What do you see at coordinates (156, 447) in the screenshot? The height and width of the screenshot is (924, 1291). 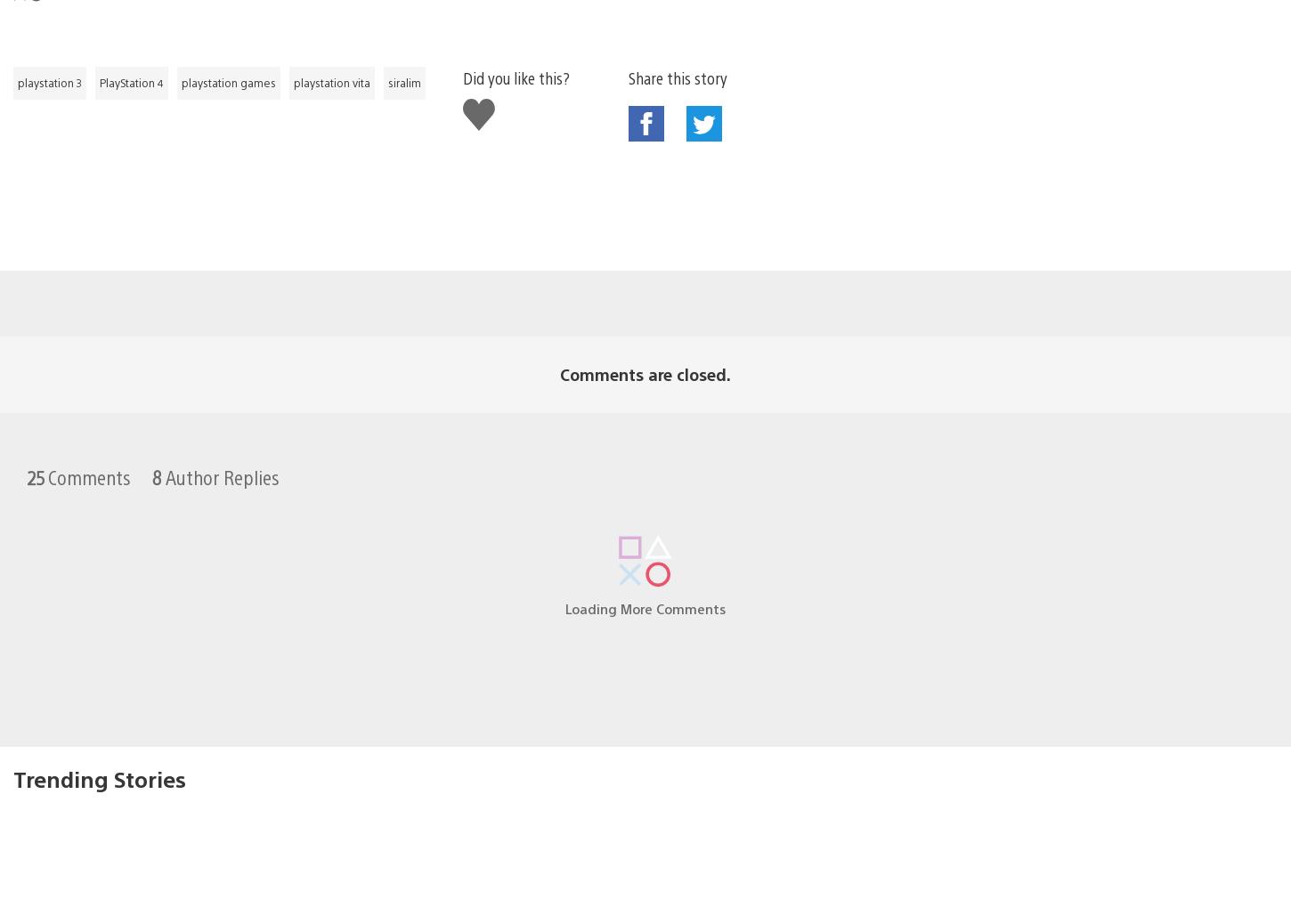 I see `'8'` at bounding box center [156, 447].